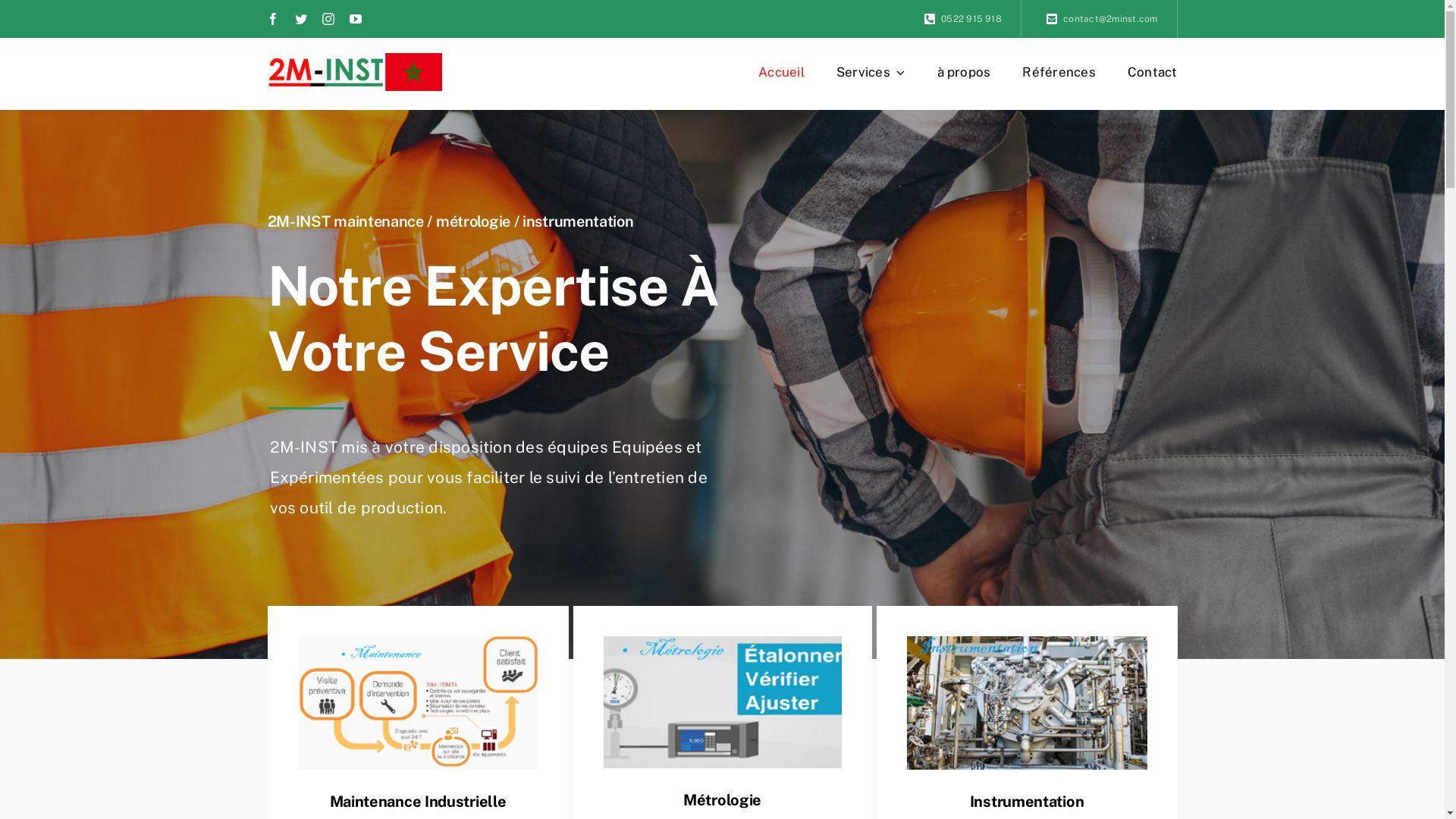 The image size is (1456, 819). I want to click on 'Contact', so click(1153, 72).